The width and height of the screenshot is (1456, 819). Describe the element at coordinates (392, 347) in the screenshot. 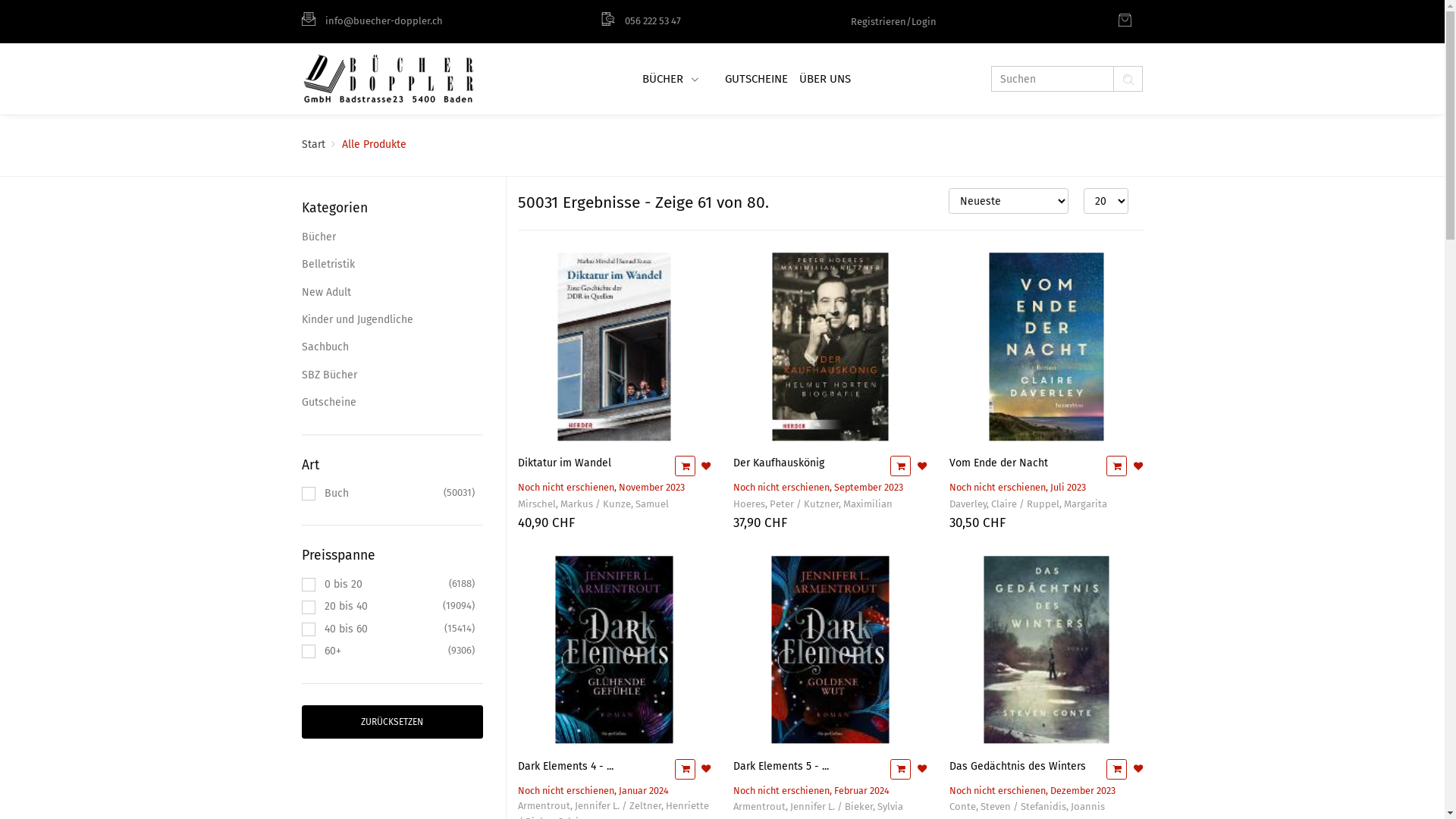

I see `'Sachbuch'` at that location.